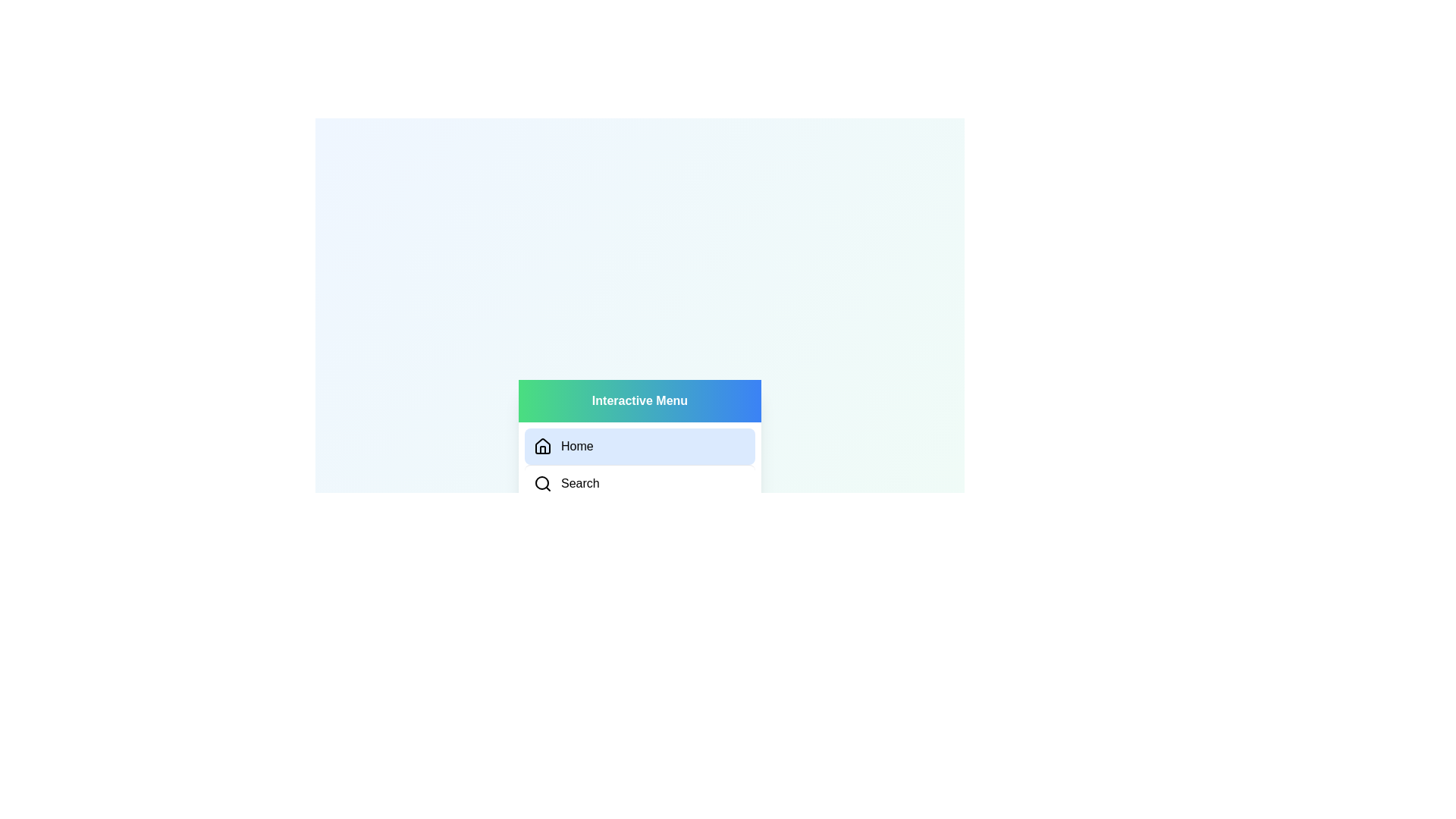  I want to click on the menu item Home, so click(640, 446).